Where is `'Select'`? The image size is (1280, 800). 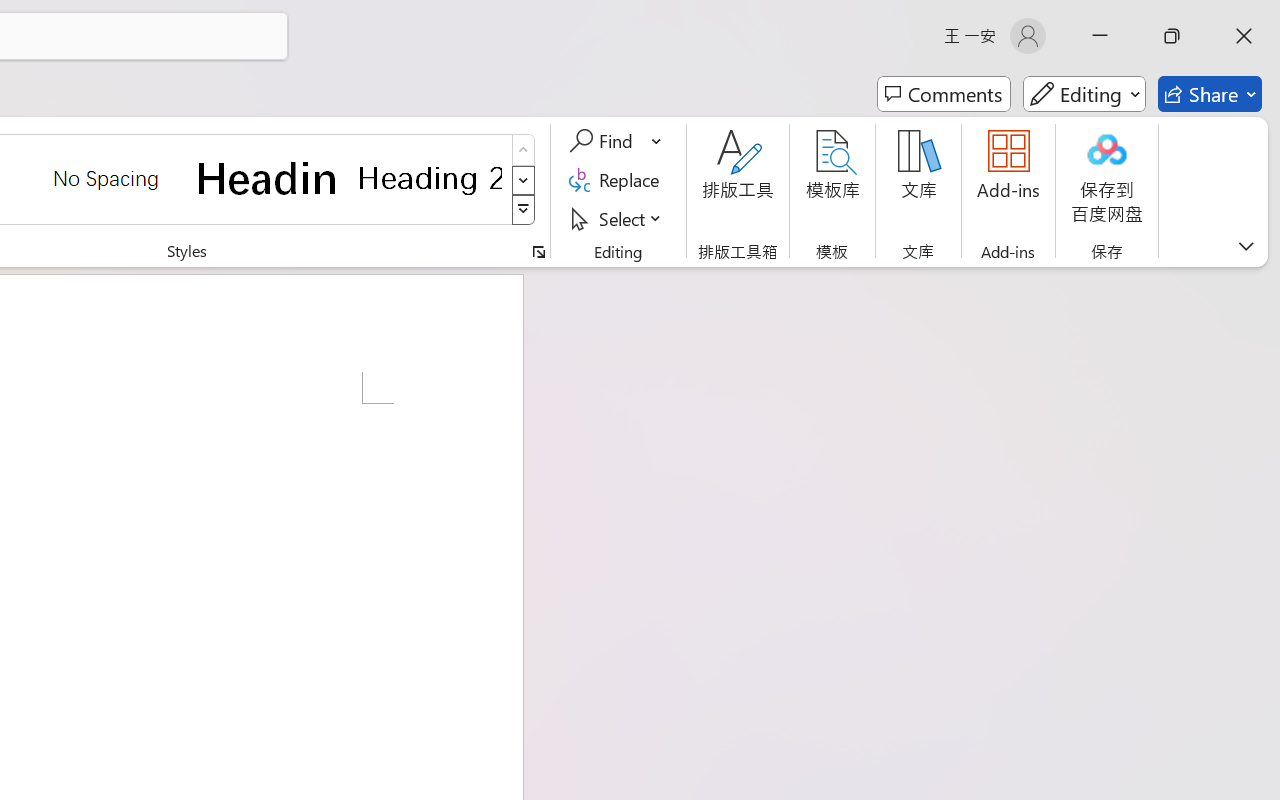
'Select' is located at coordinates (617, 218).